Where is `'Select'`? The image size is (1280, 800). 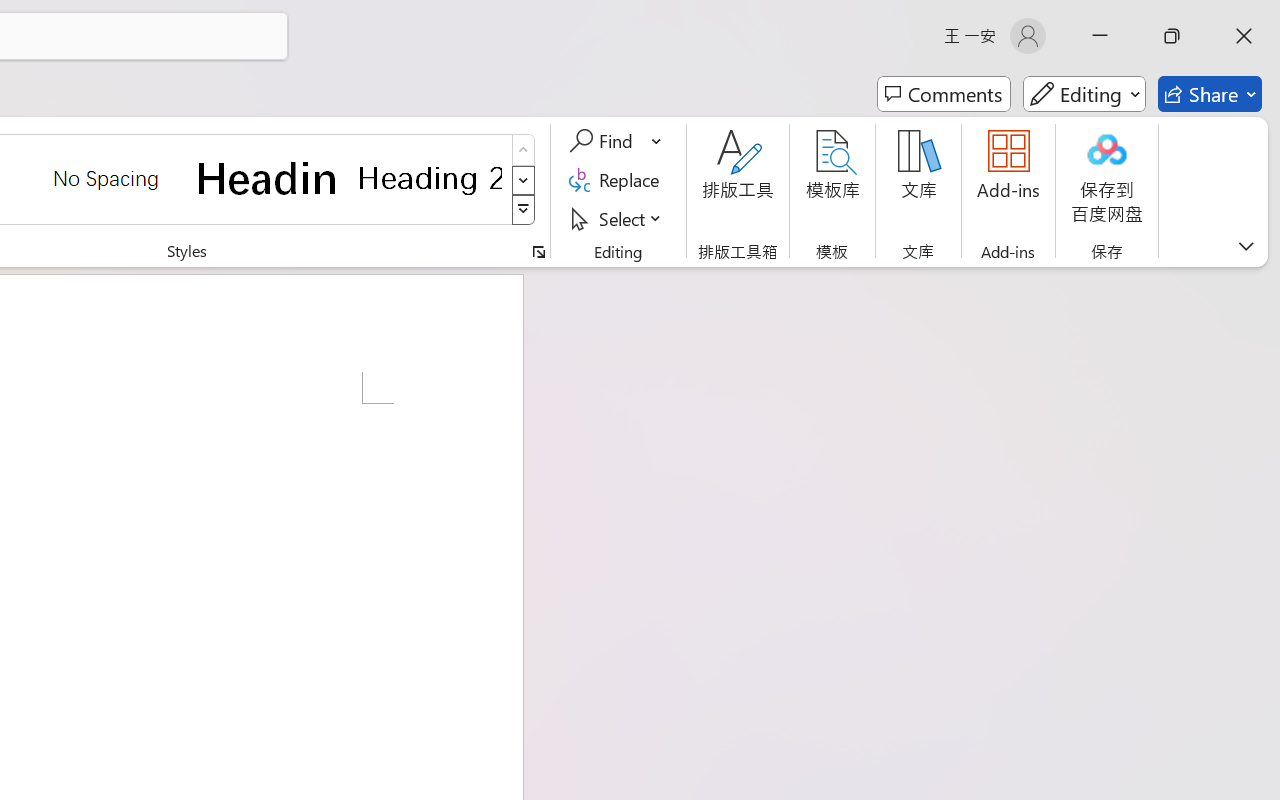
'Select' is located at coordinates (617, 218).